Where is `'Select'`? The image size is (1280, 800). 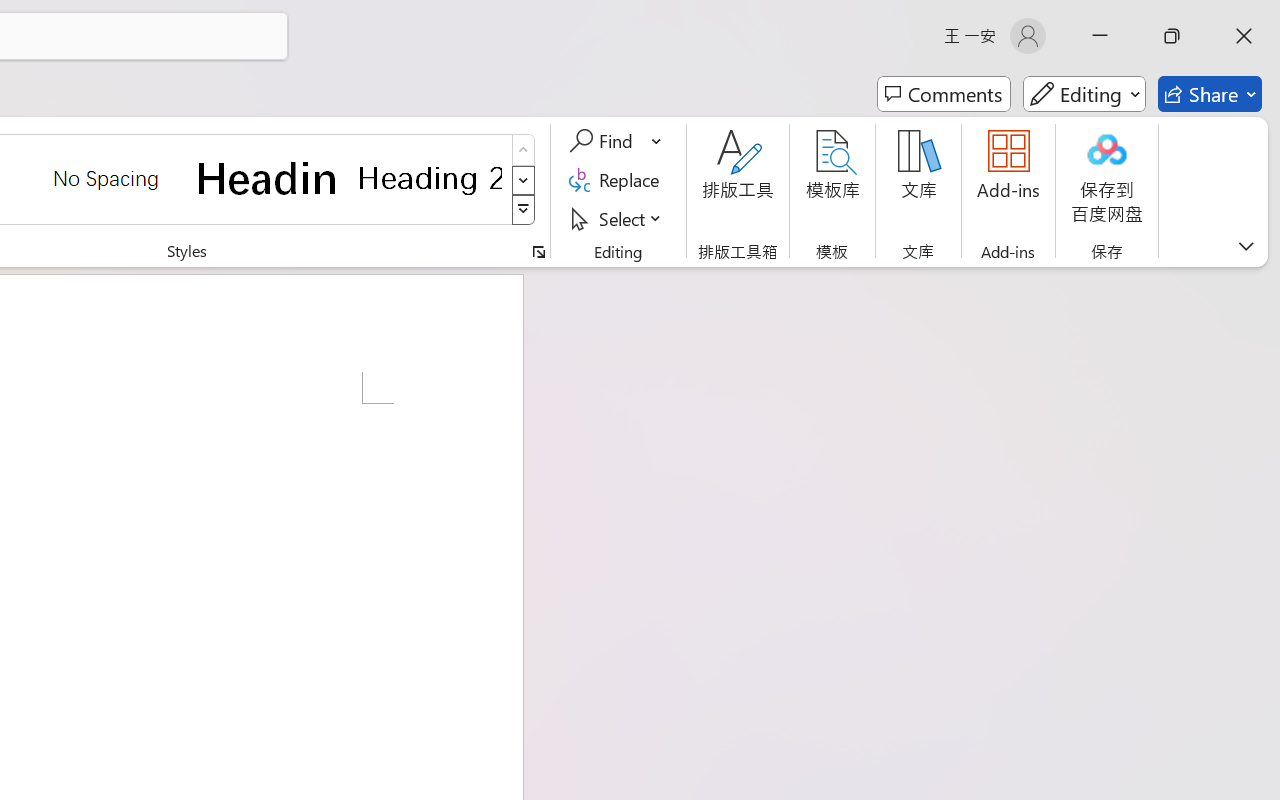
'Select' is located at coordinates (617, 218).